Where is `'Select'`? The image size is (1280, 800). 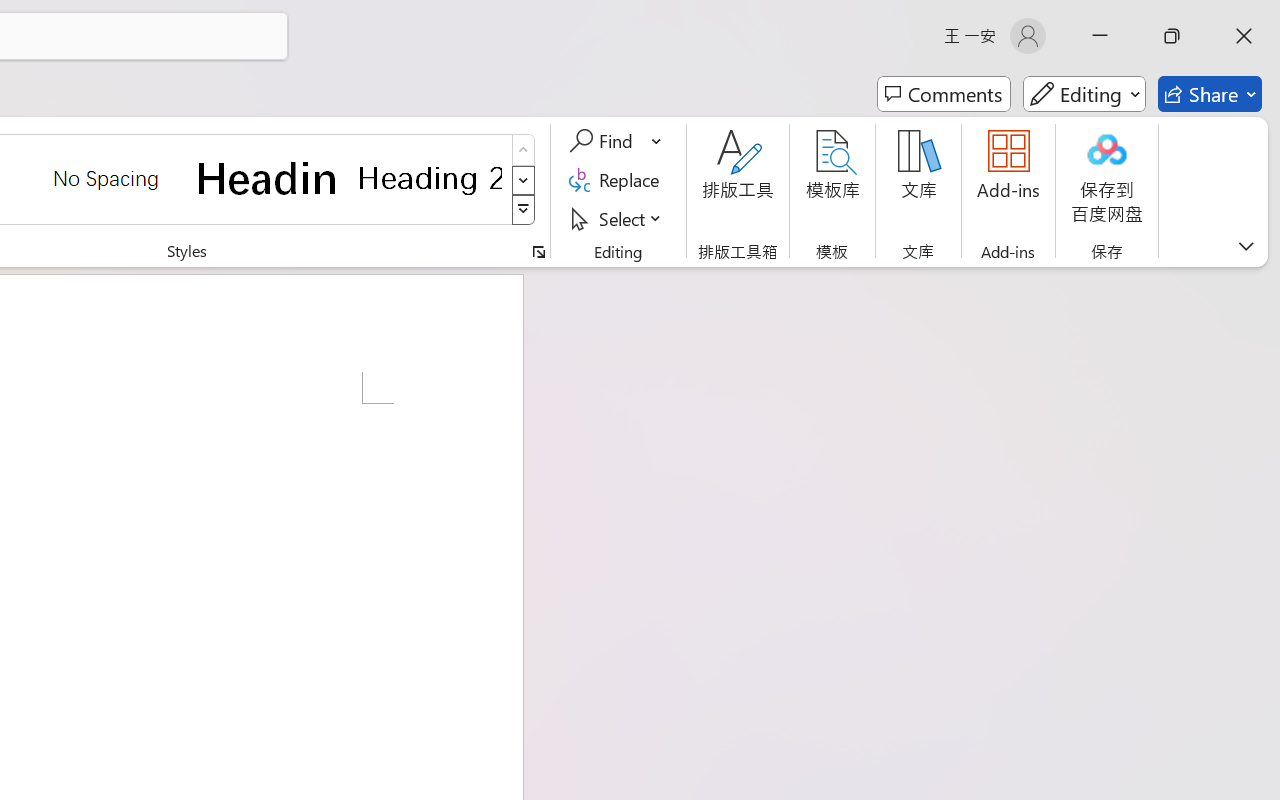
'Select' is located at coordinates (617, 218).